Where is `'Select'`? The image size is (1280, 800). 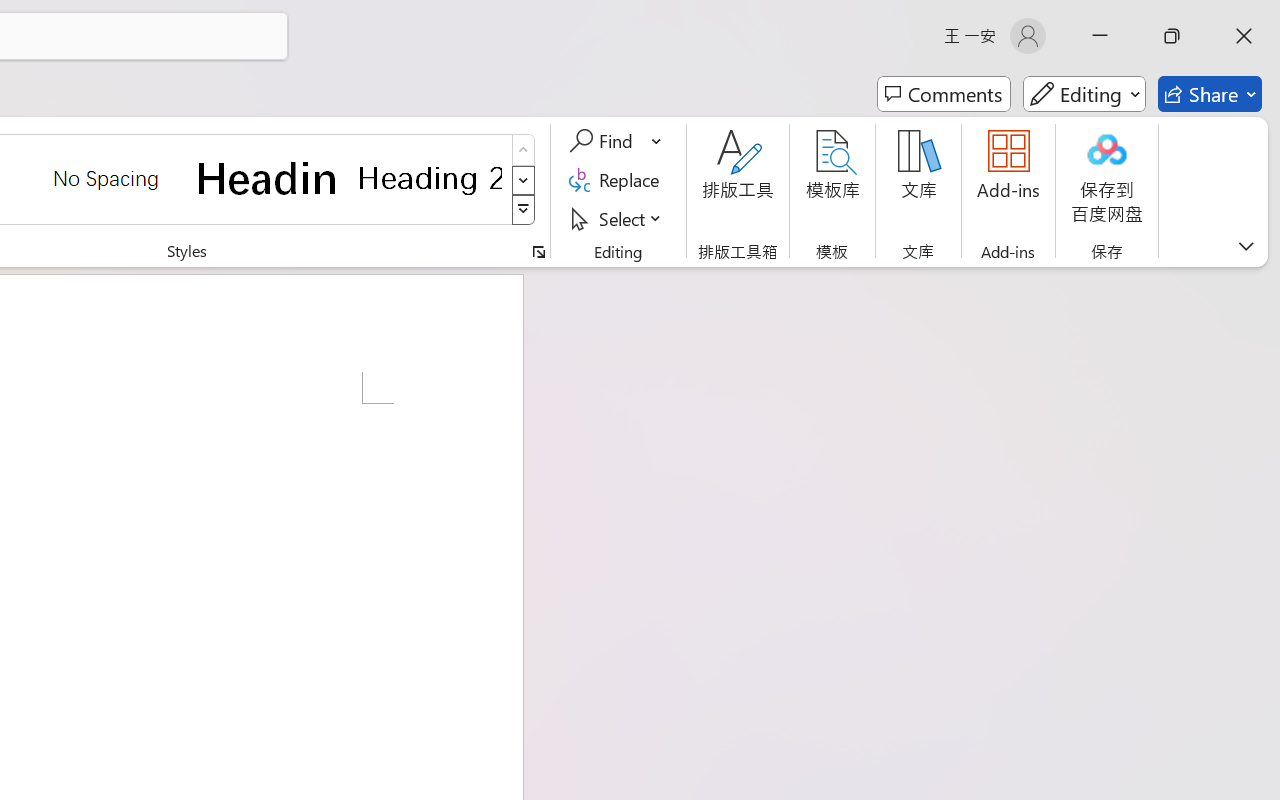
'Select' is located at coordinates (617, 218).